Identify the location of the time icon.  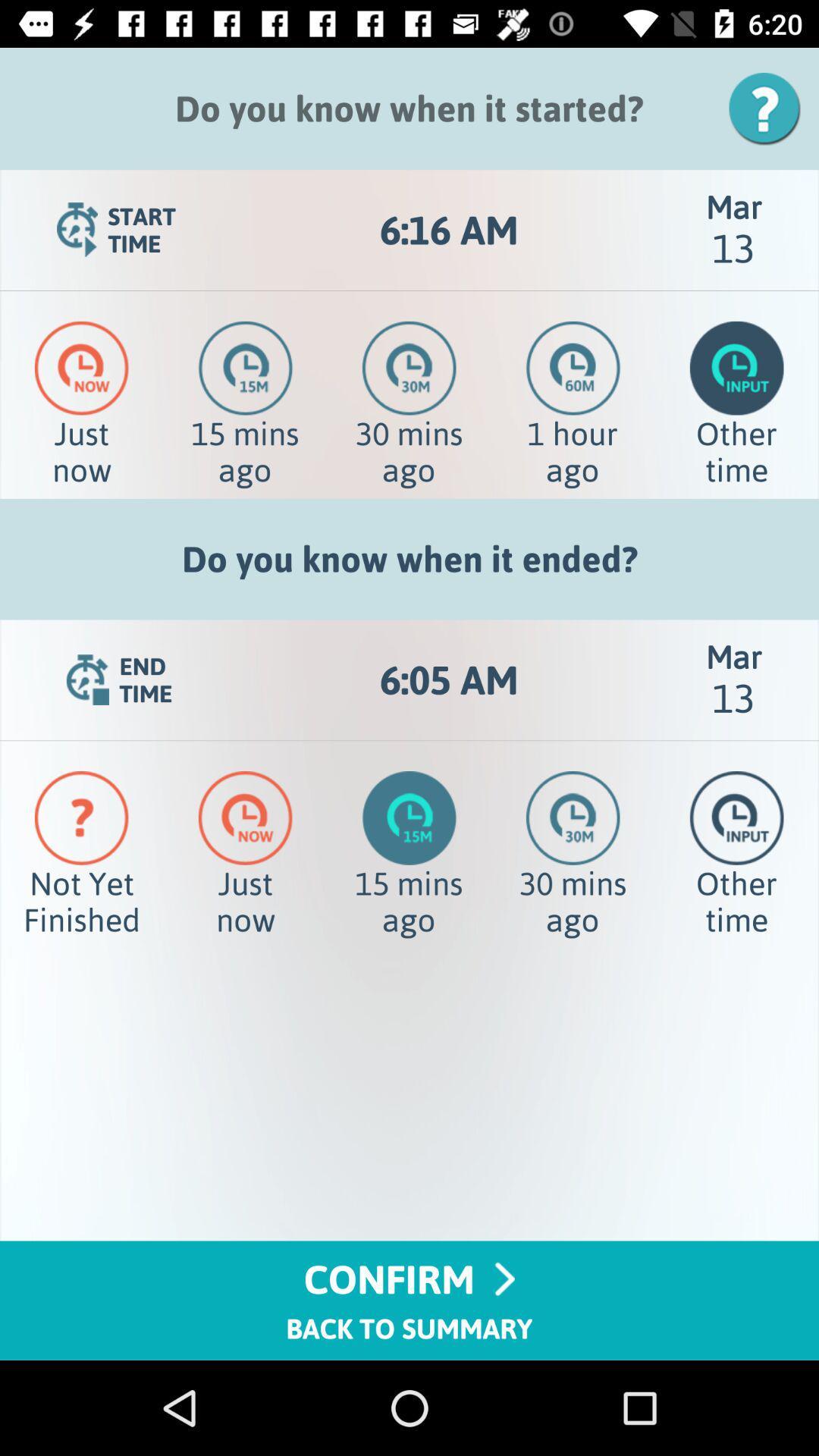
(408, 368).